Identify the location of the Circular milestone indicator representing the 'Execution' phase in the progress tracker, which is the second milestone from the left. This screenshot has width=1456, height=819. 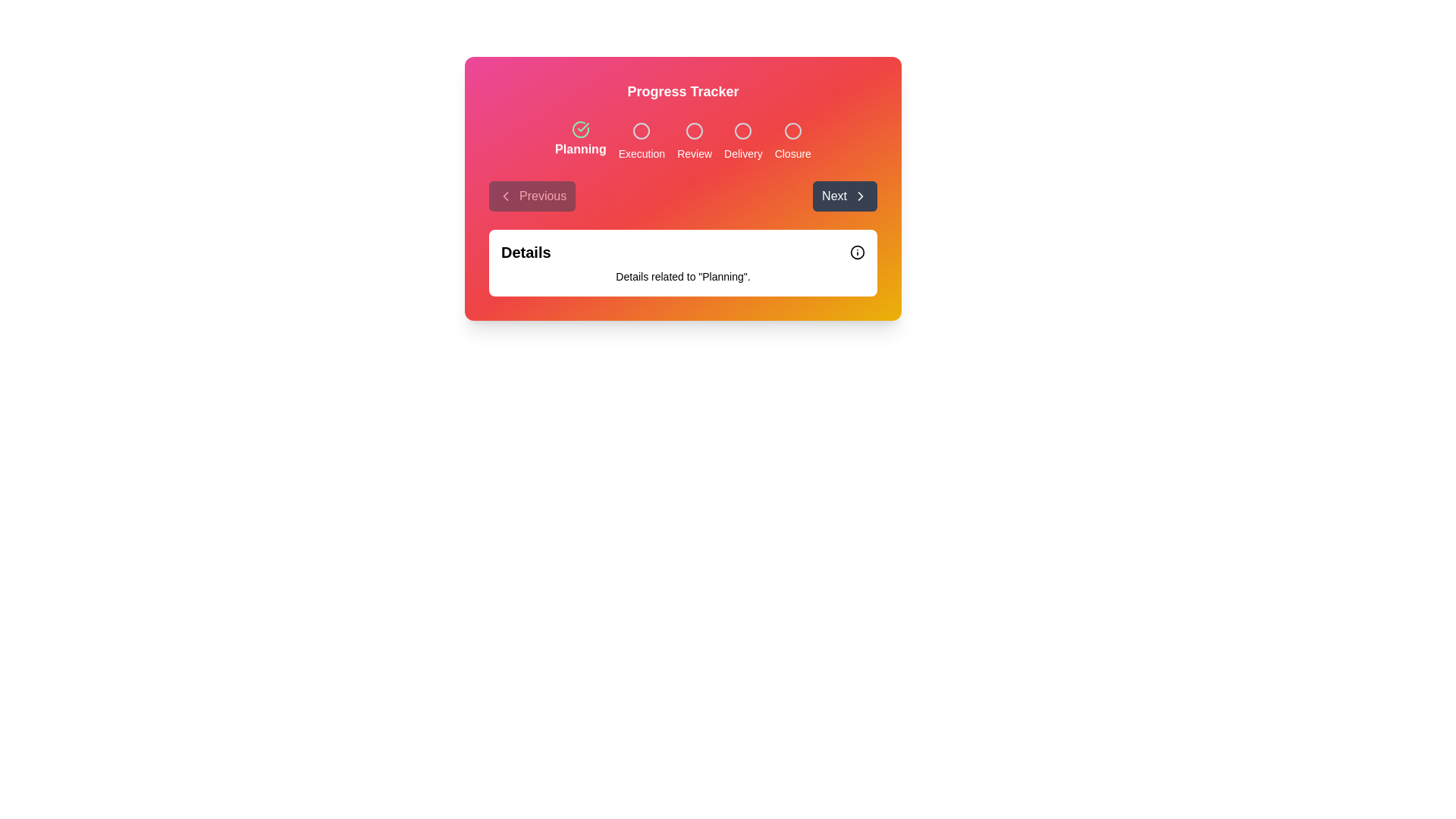
(642, 130).